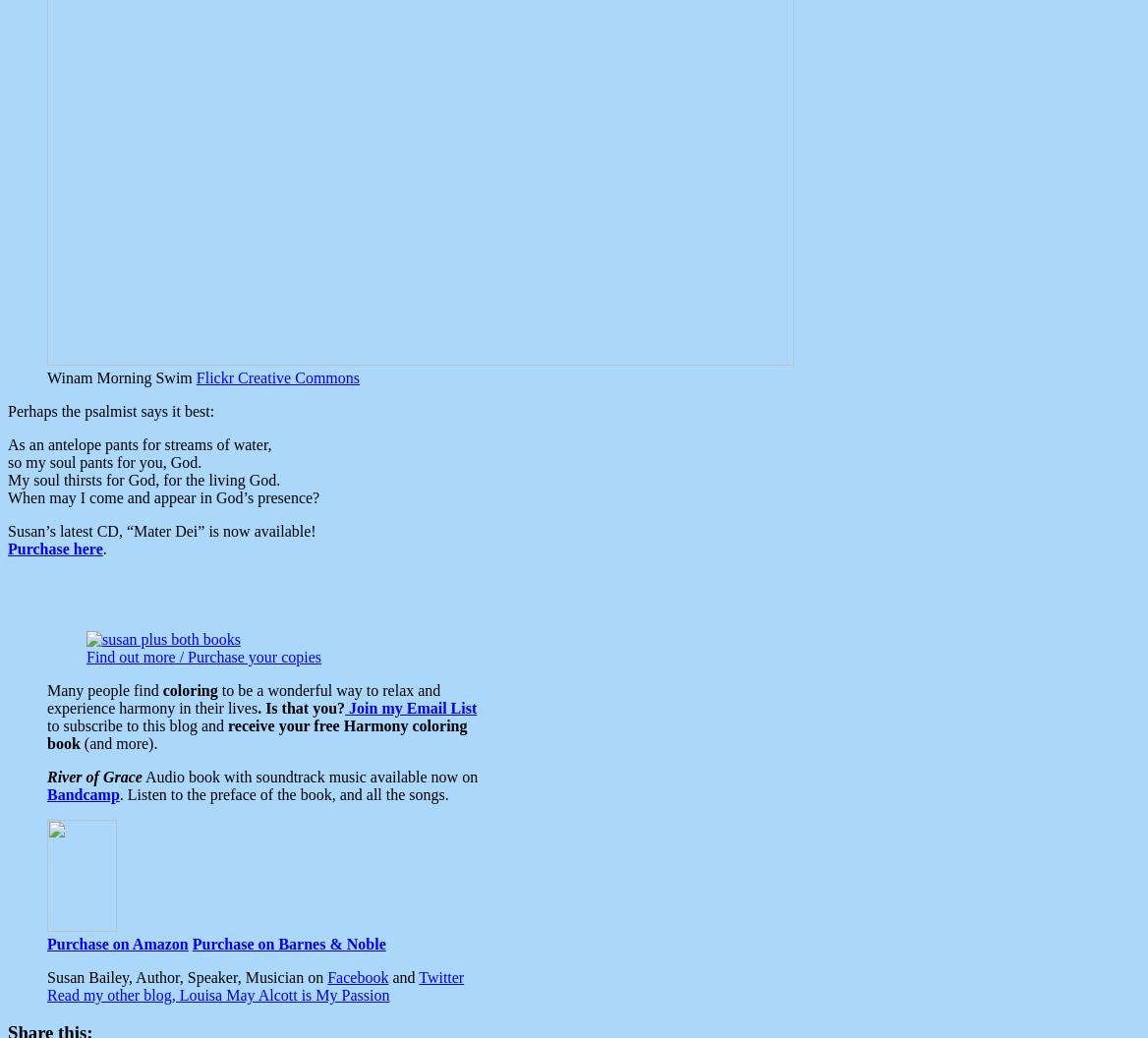  What do you see at coordinates (103, 689) in the screenshot?
I see `'Many people find'` at bounding box center [103, 689].